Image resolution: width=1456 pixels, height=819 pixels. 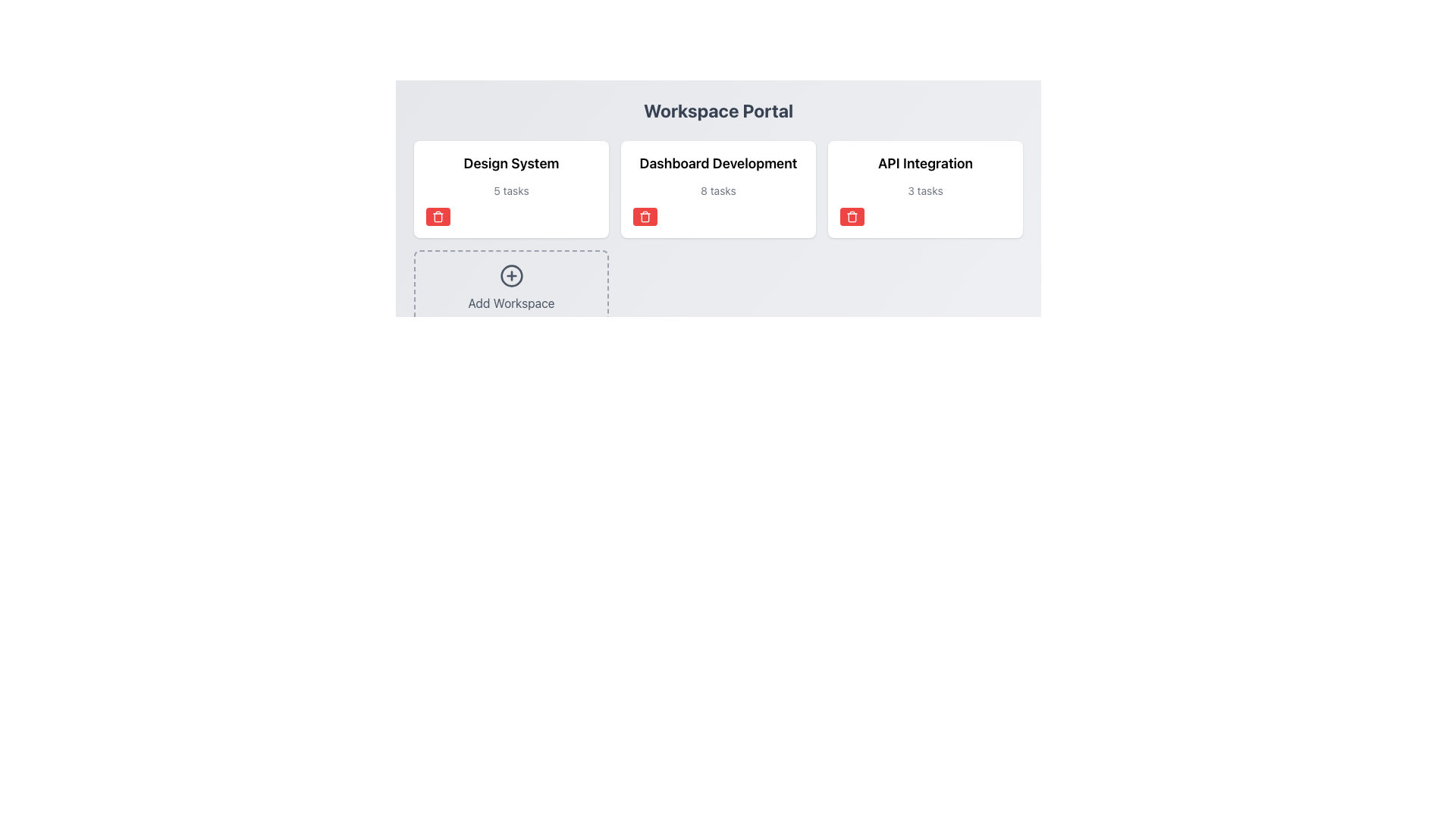 What do you see at coordinates (717, 190) in the screenshot?
I see `the static text label displaying '8 tasks' within the 'Dashboard Development' card, which is styled in gray and positioned below its title` at bounding box center [717, 190].